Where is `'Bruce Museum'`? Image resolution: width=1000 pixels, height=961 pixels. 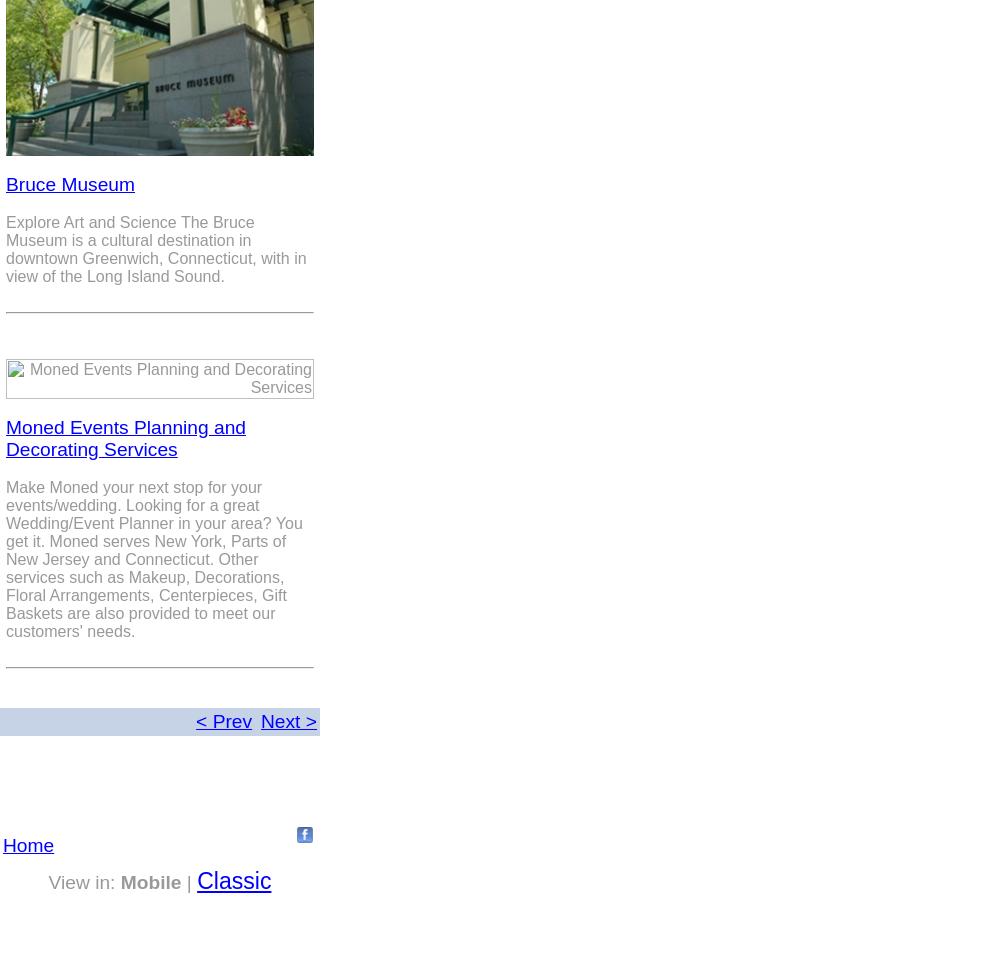 'Bruce Museum' is located at coordinates (69, 184).